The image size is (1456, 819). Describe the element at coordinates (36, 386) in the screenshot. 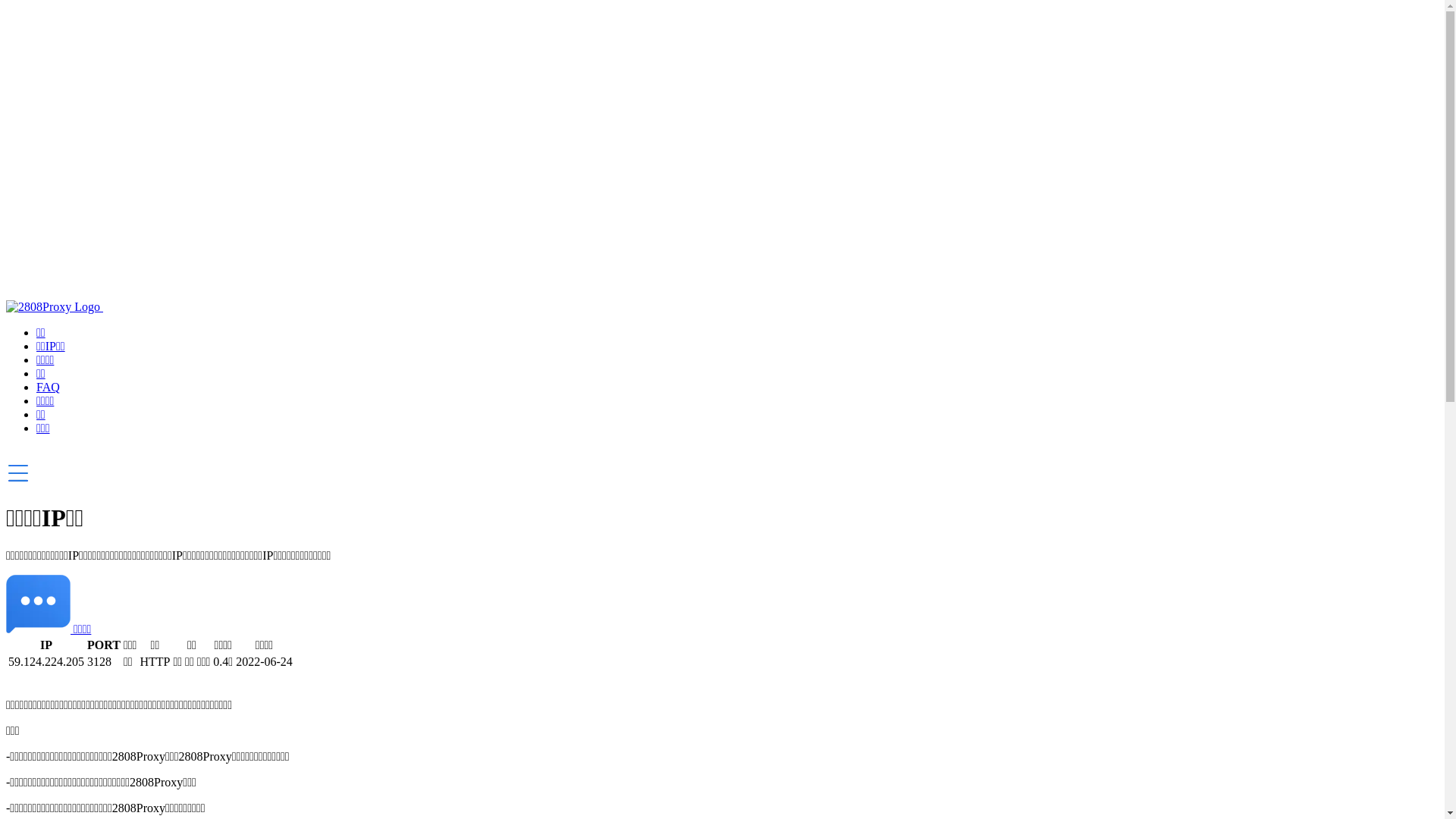

I see `'FAQ'` at that location.